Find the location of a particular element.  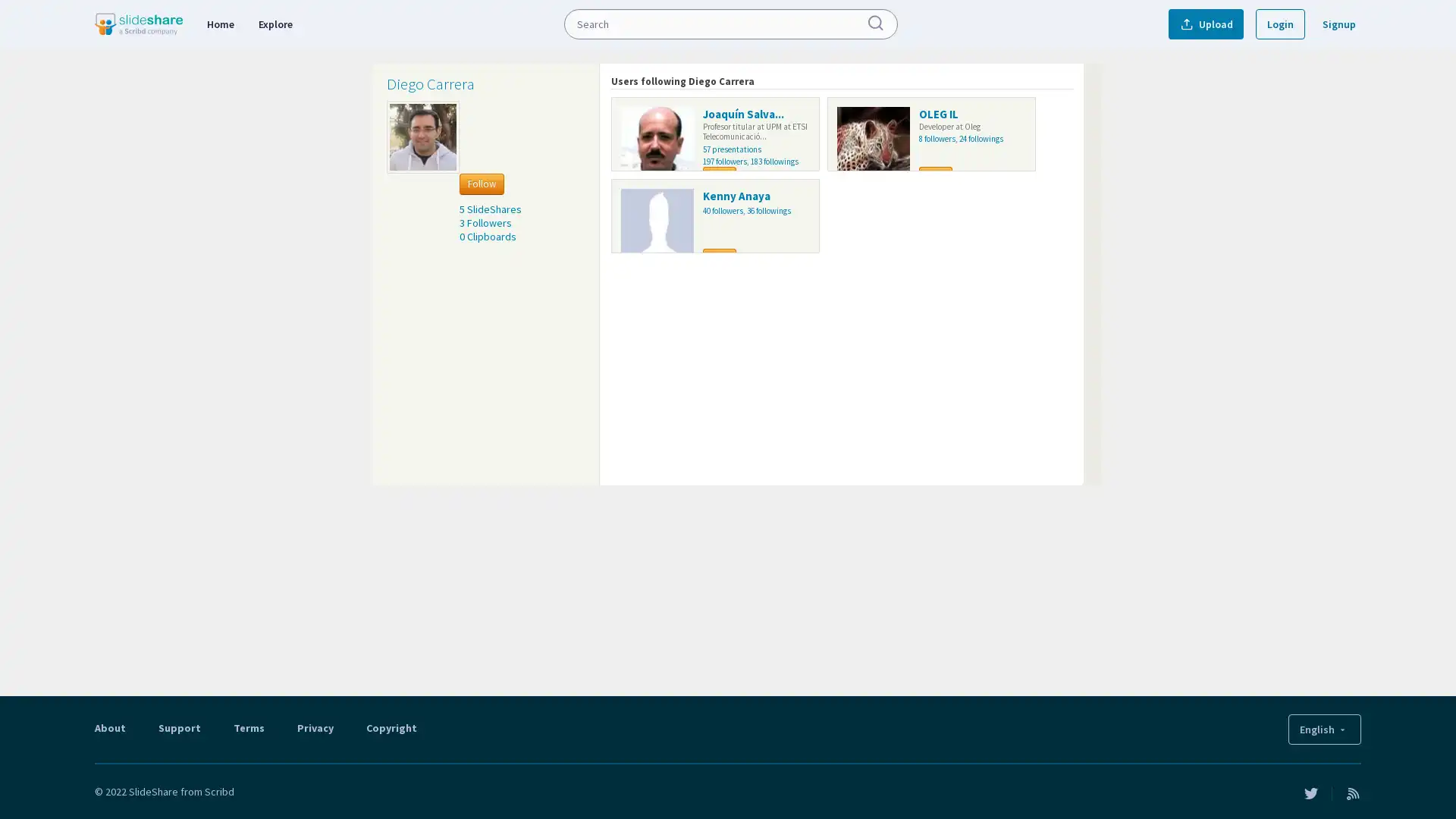

English is located at coordinates (1324, 728).